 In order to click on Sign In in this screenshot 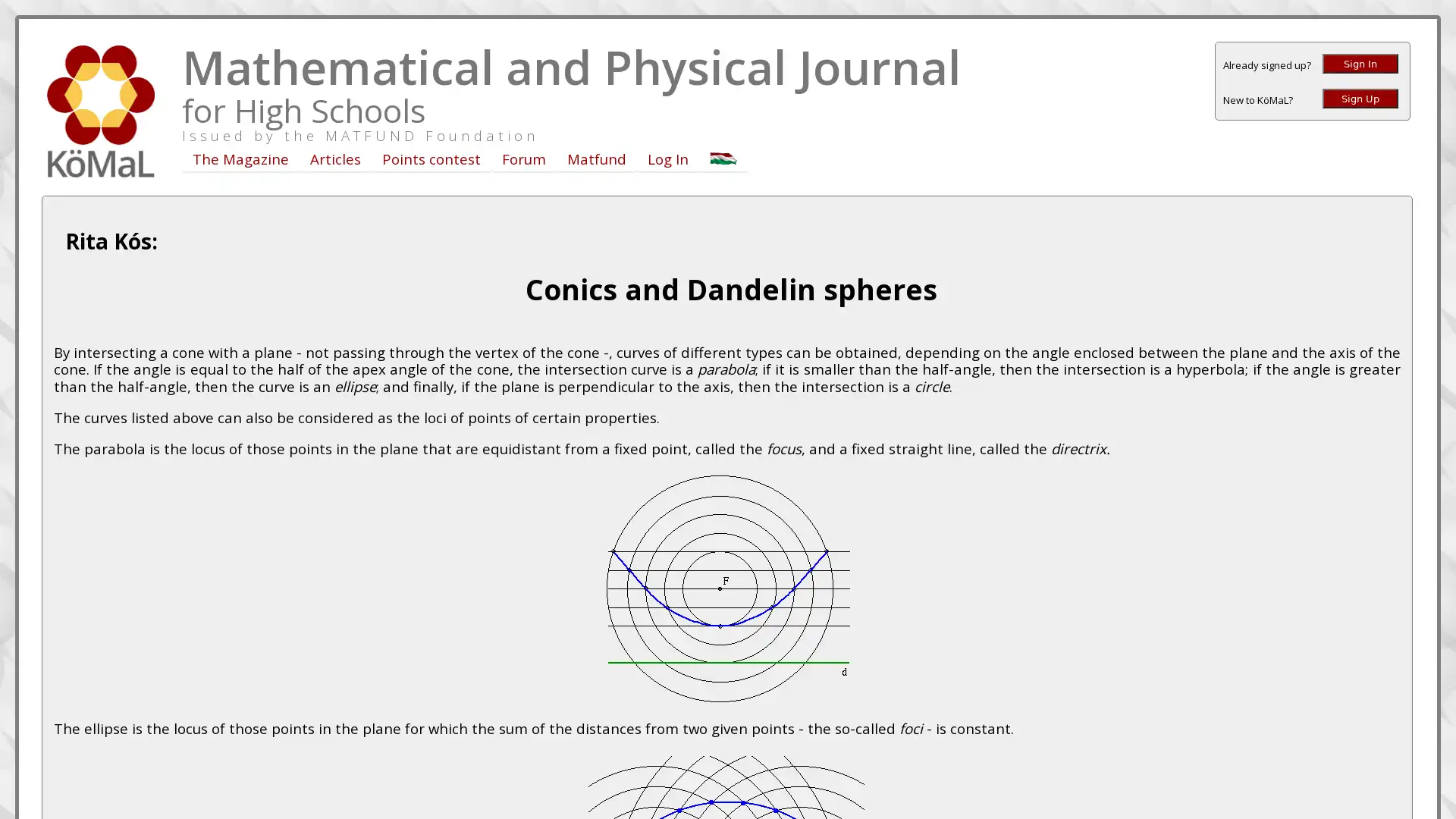, I will do `click(1360, 63)`.